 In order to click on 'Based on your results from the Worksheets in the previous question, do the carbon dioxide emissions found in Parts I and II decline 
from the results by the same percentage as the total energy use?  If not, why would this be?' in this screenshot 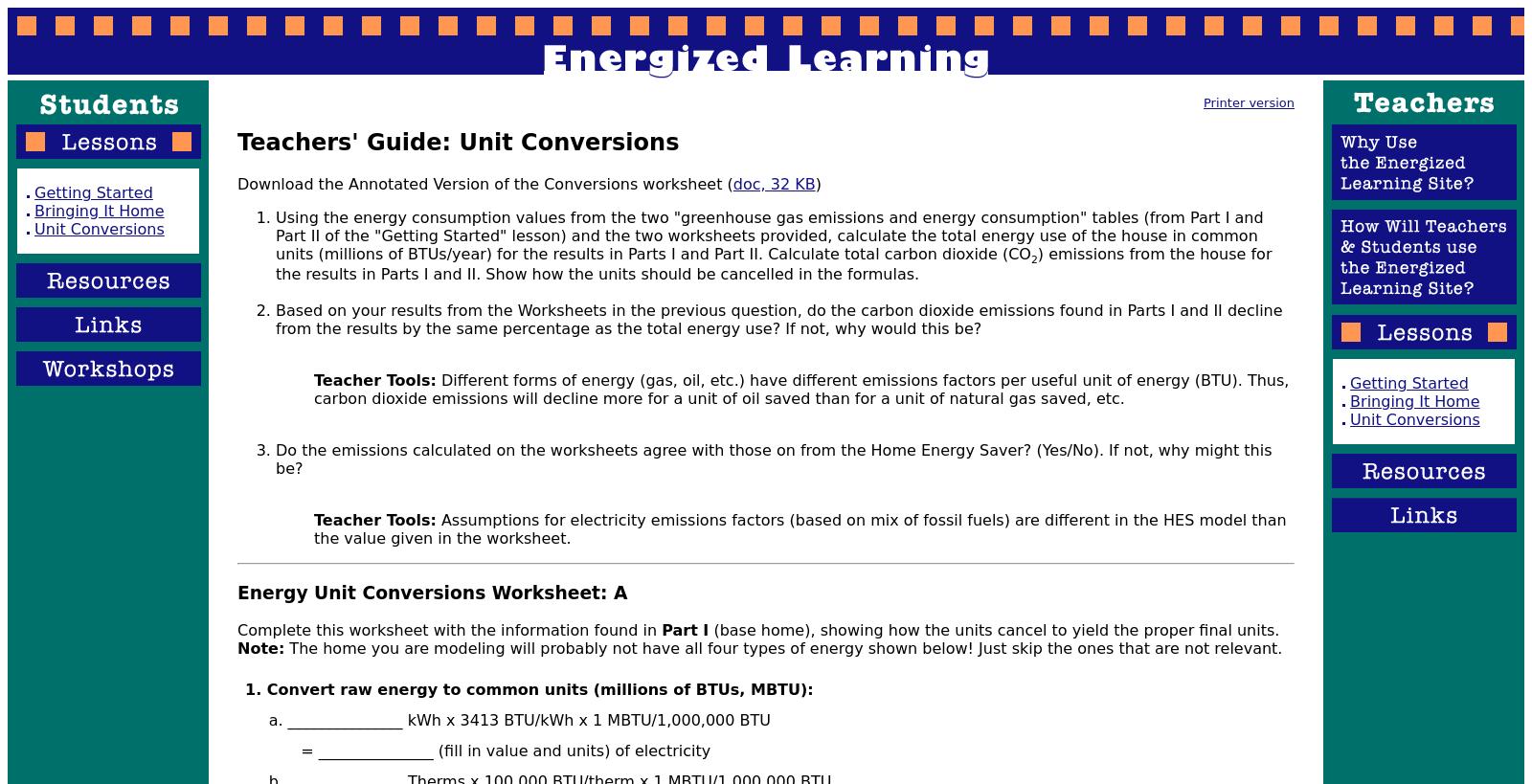, I will do `click(777, 319)`.